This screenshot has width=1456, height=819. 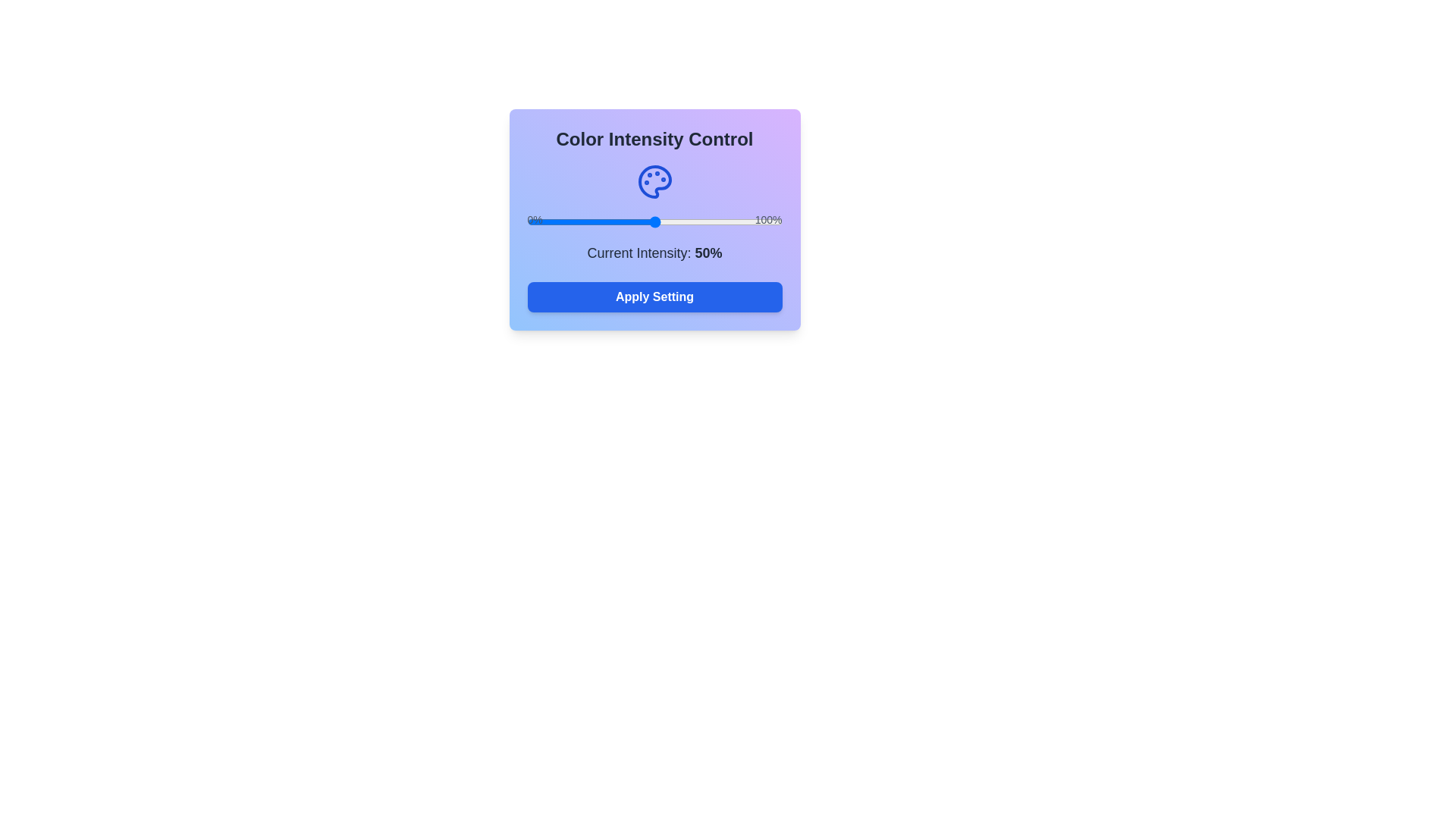 What do you see at coordinates (736, 222) in the screenshot?
I see `the slider to set the color intensity to 82%` at bounding box center [736, 222].